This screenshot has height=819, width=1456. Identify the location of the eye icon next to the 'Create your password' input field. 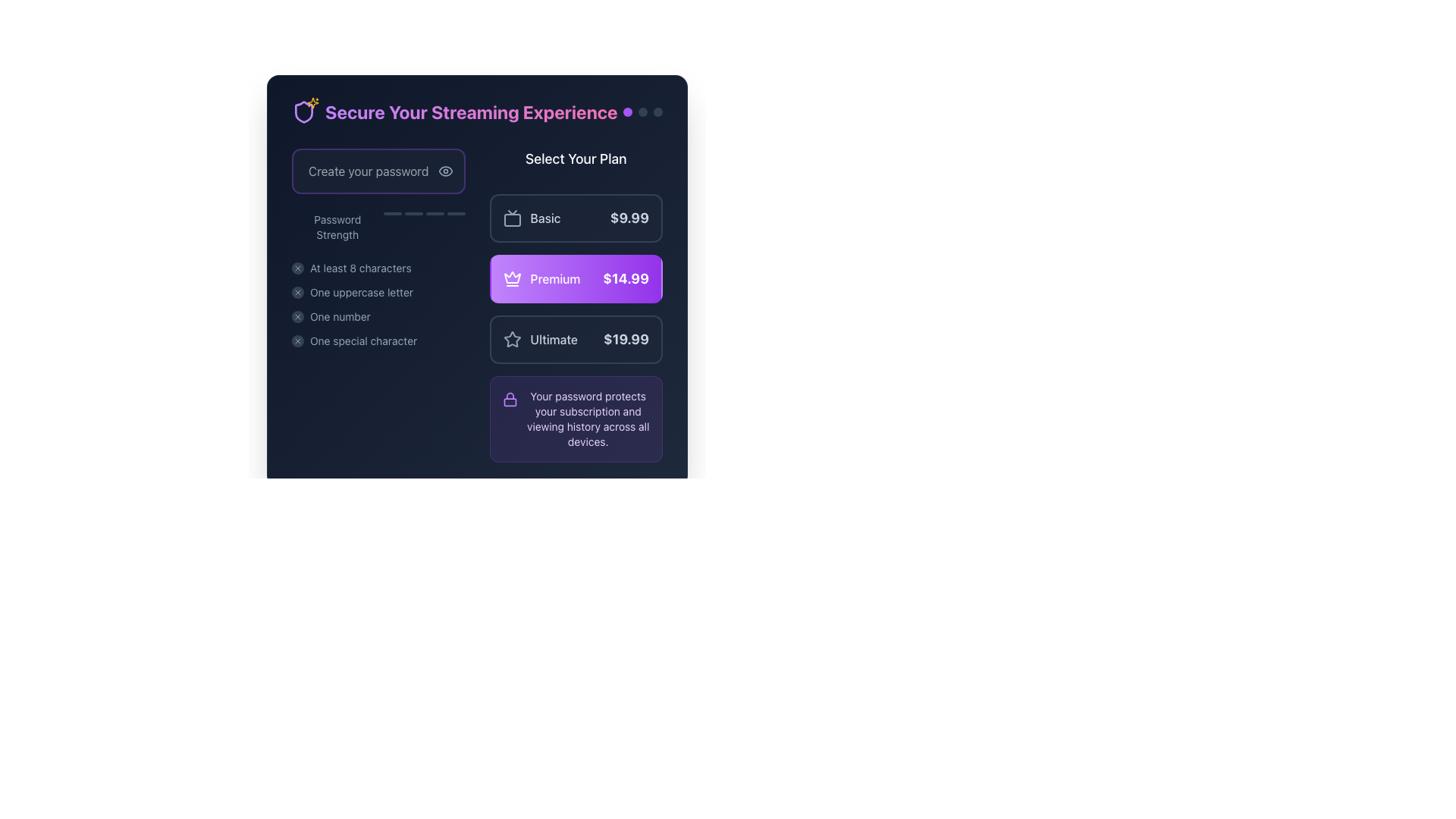
(378, 171).